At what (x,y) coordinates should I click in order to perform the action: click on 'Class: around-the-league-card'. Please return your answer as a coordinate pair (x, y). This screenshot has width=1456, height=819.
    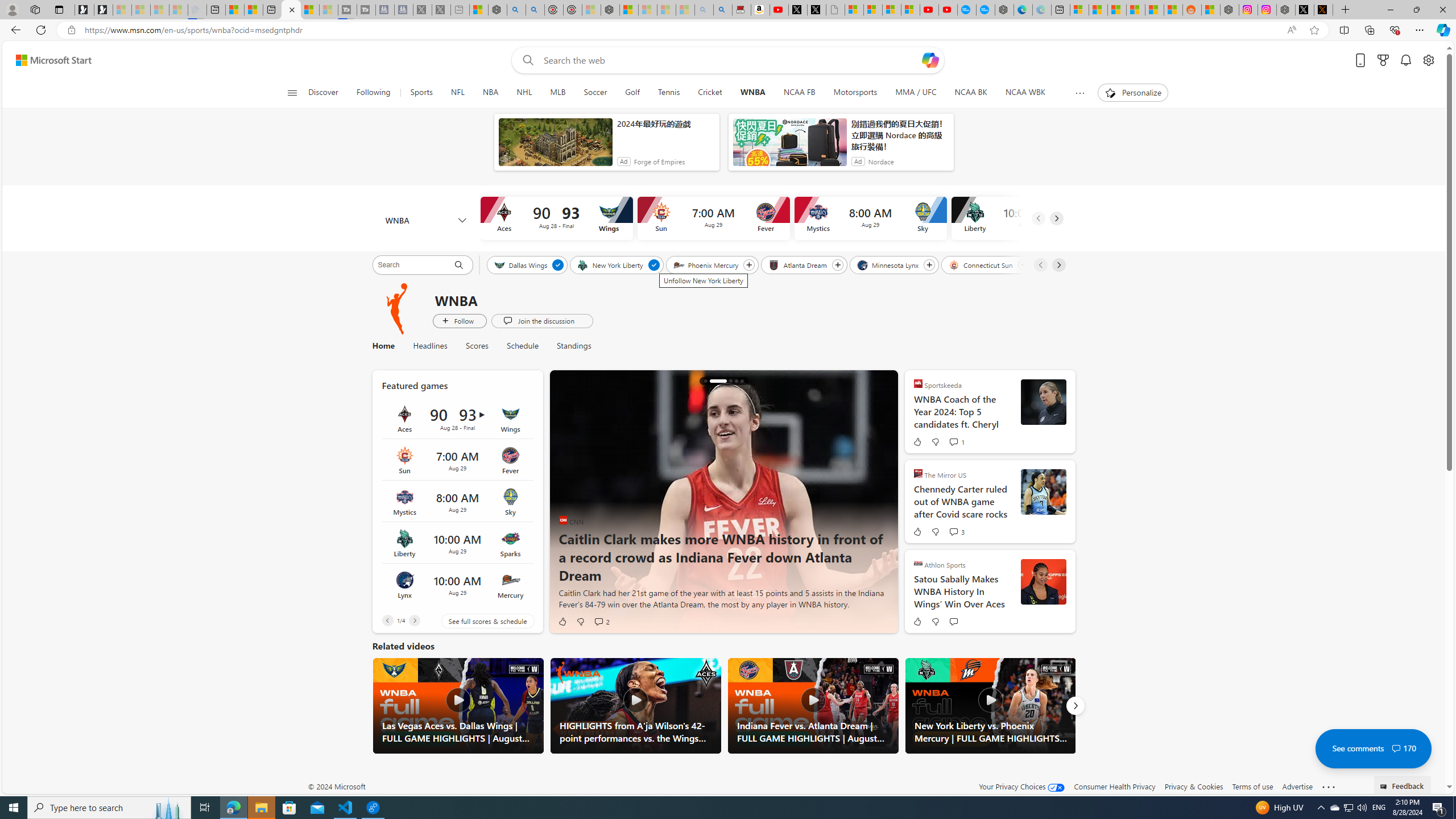
    Looking at the image, I should click on (457, 584).